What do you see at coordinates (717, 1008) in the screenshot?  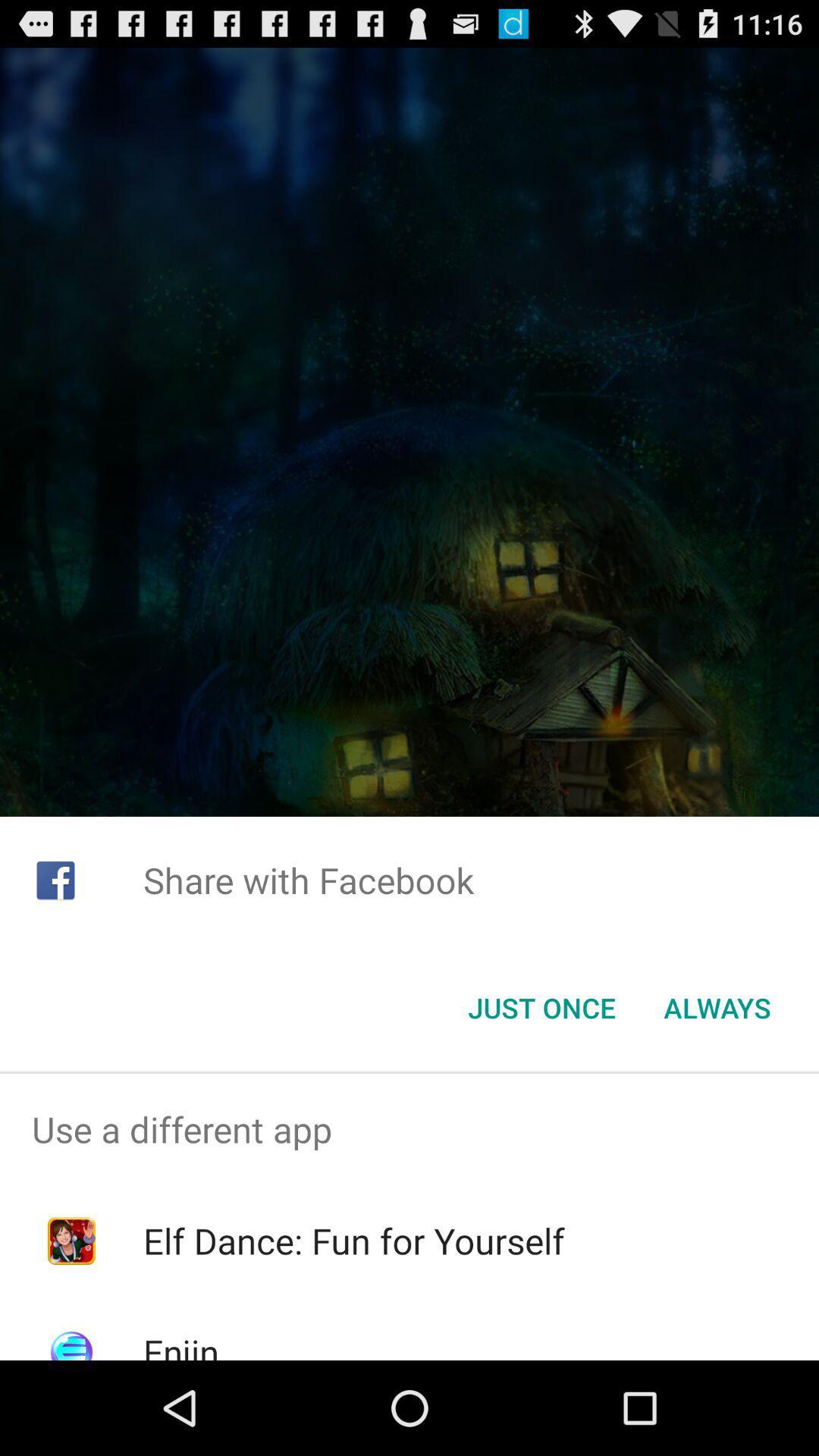 I see `app below share with facebook` at bounding box center [717, 1008].